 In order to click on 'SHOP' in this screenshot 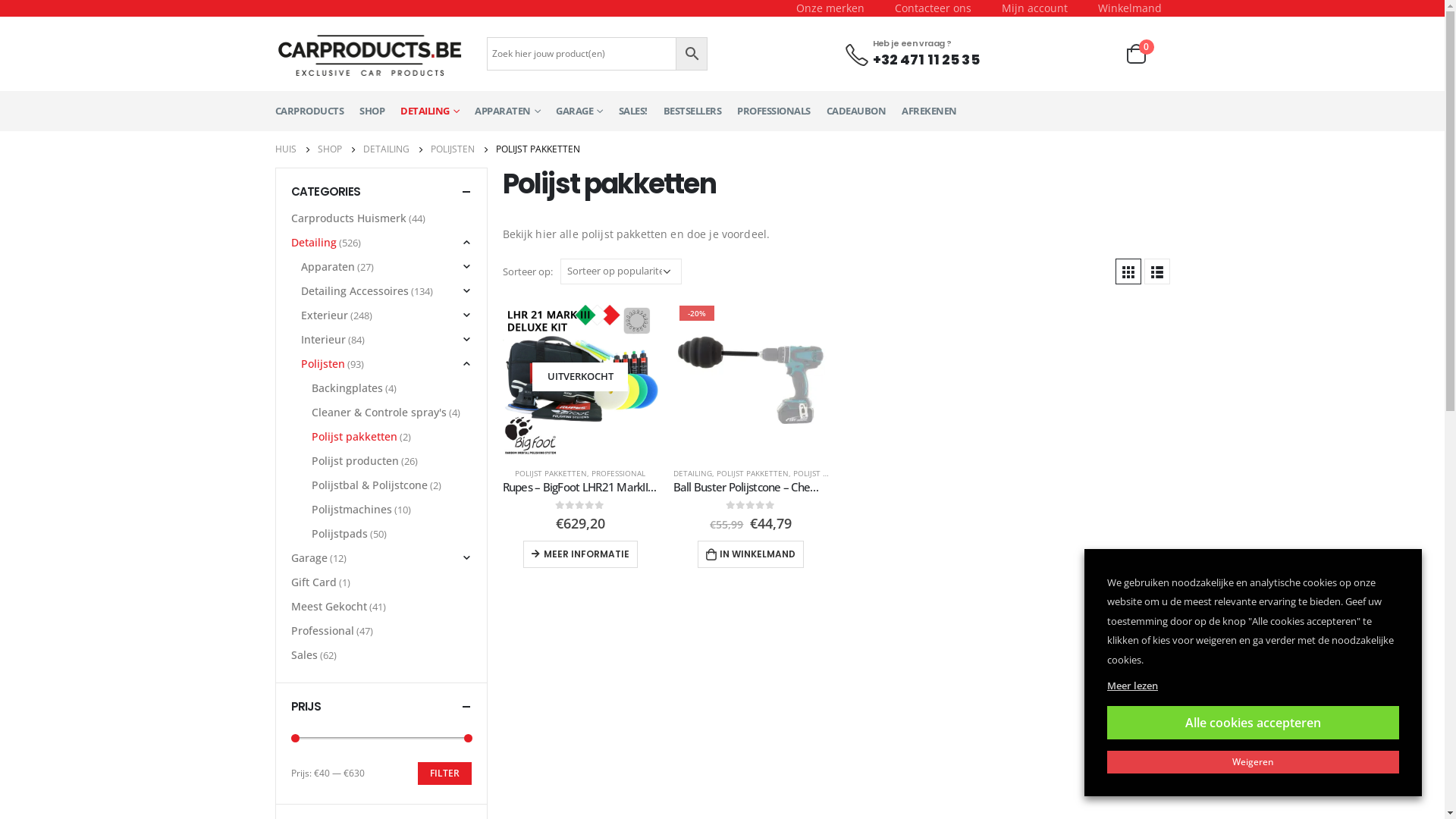, I will do `click(315, 149)`.